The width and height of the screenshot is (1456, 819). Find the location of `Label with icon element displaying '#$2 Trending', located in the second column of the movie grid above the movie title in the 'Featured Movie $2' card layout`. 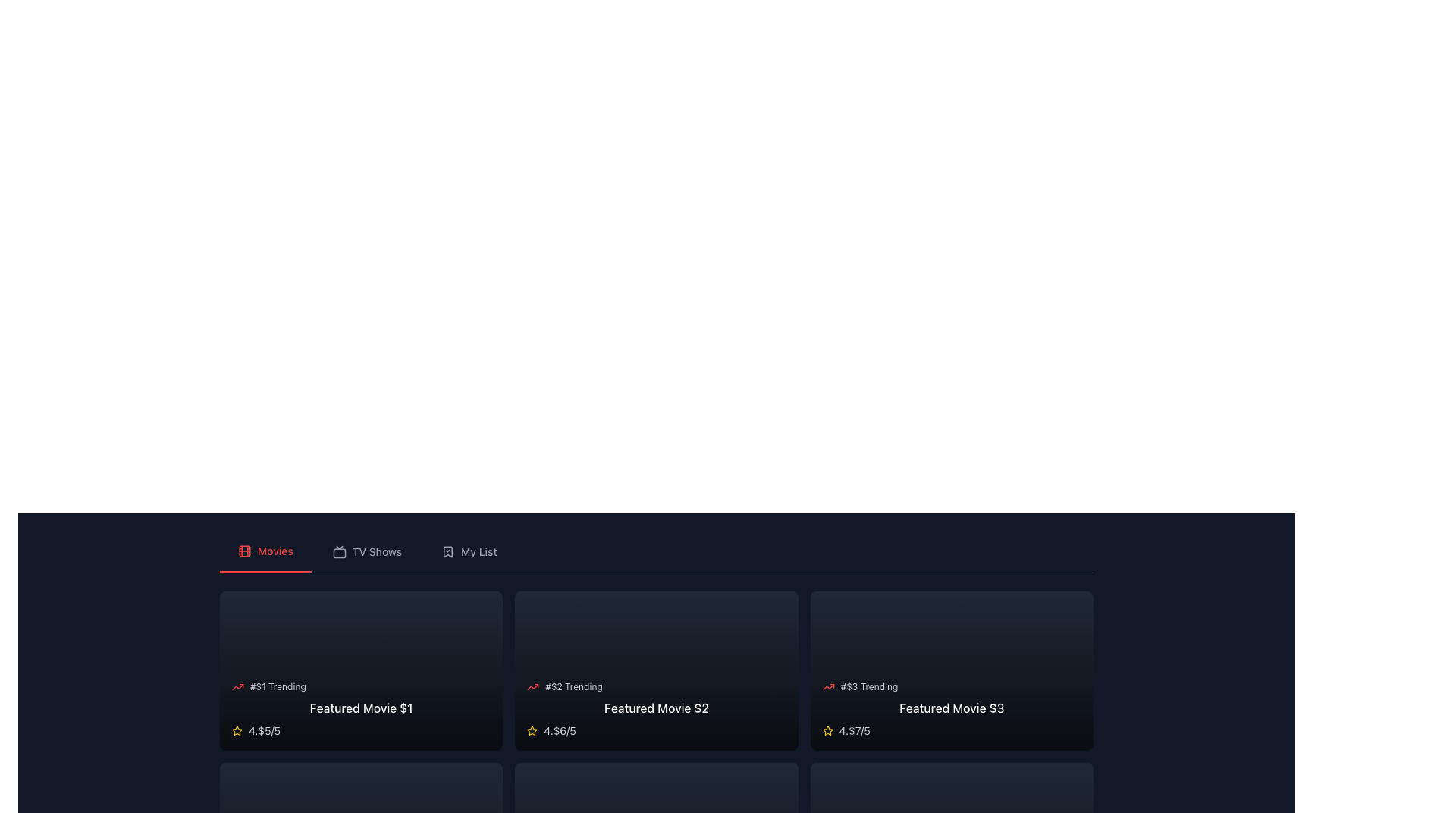

Label with icon element displaying '#$2 Trending', located in the second column of the movie grid above the movie title in the 'Featured Movie $2' card layout is located at coordinates (656, 687).